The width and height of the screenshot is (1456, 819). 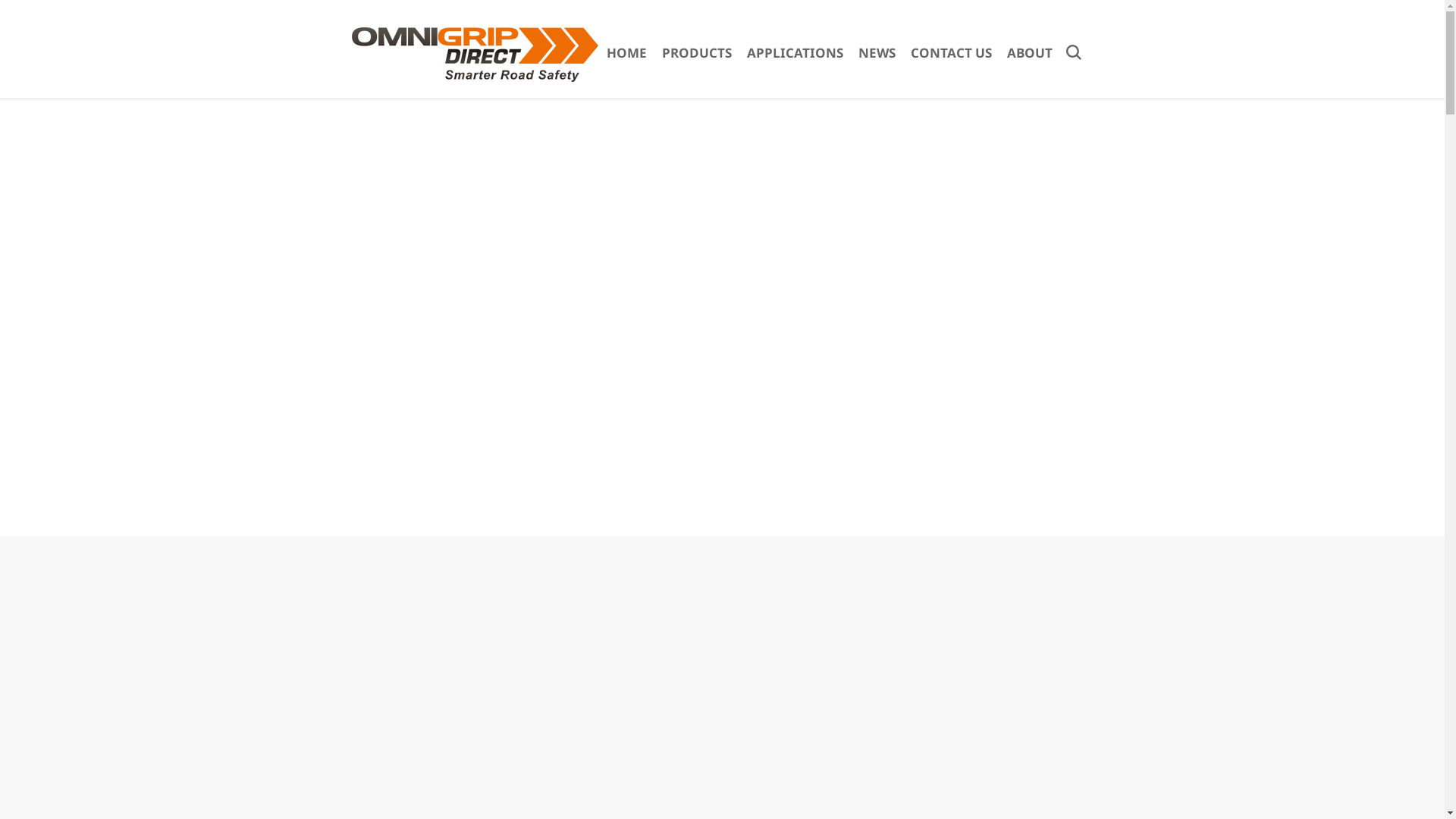 I want to click on 'NEWS', so click(x=877, y=52).